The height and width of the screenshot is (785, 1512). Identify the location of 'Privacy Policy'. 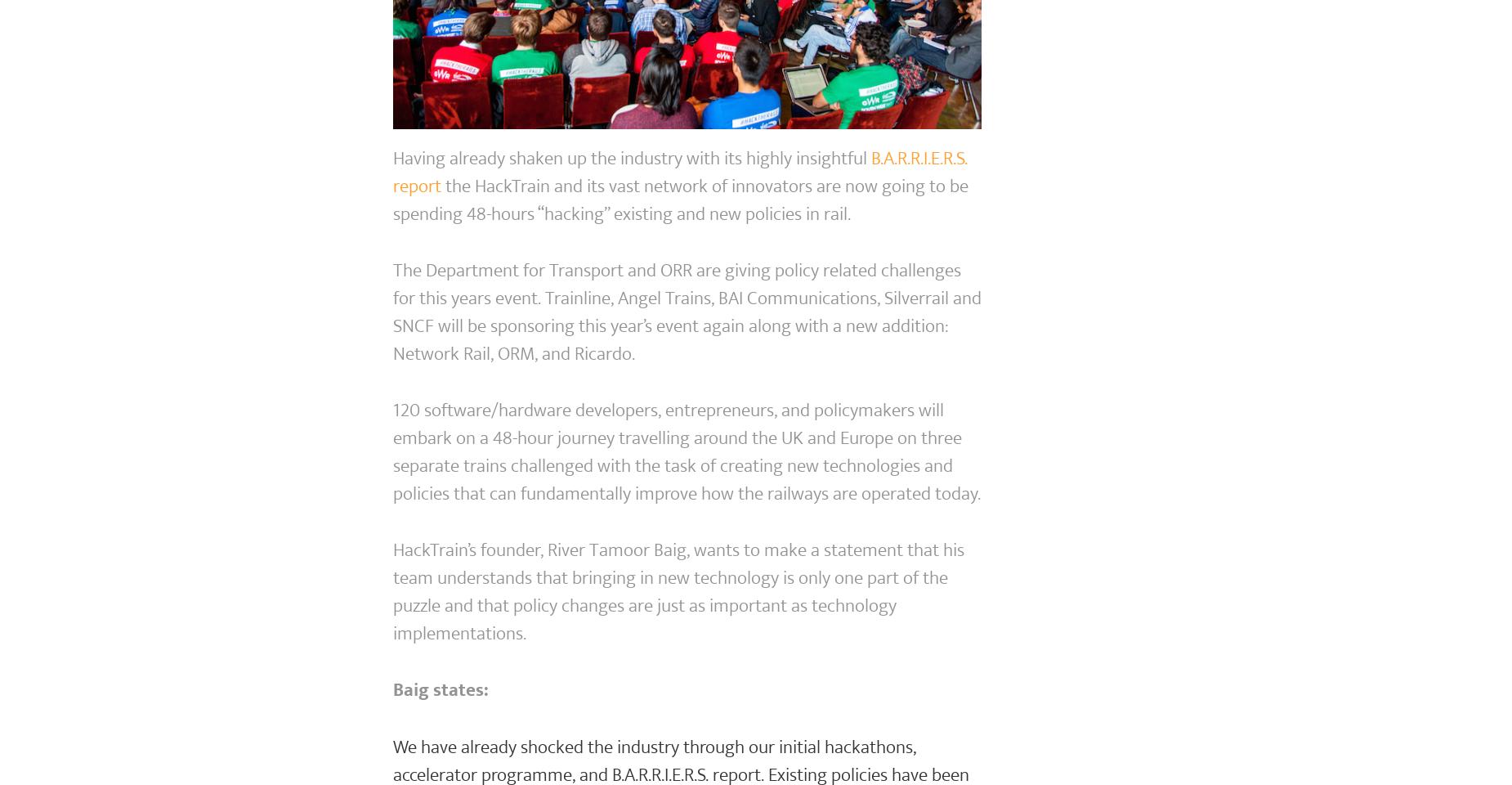
(734, 274).